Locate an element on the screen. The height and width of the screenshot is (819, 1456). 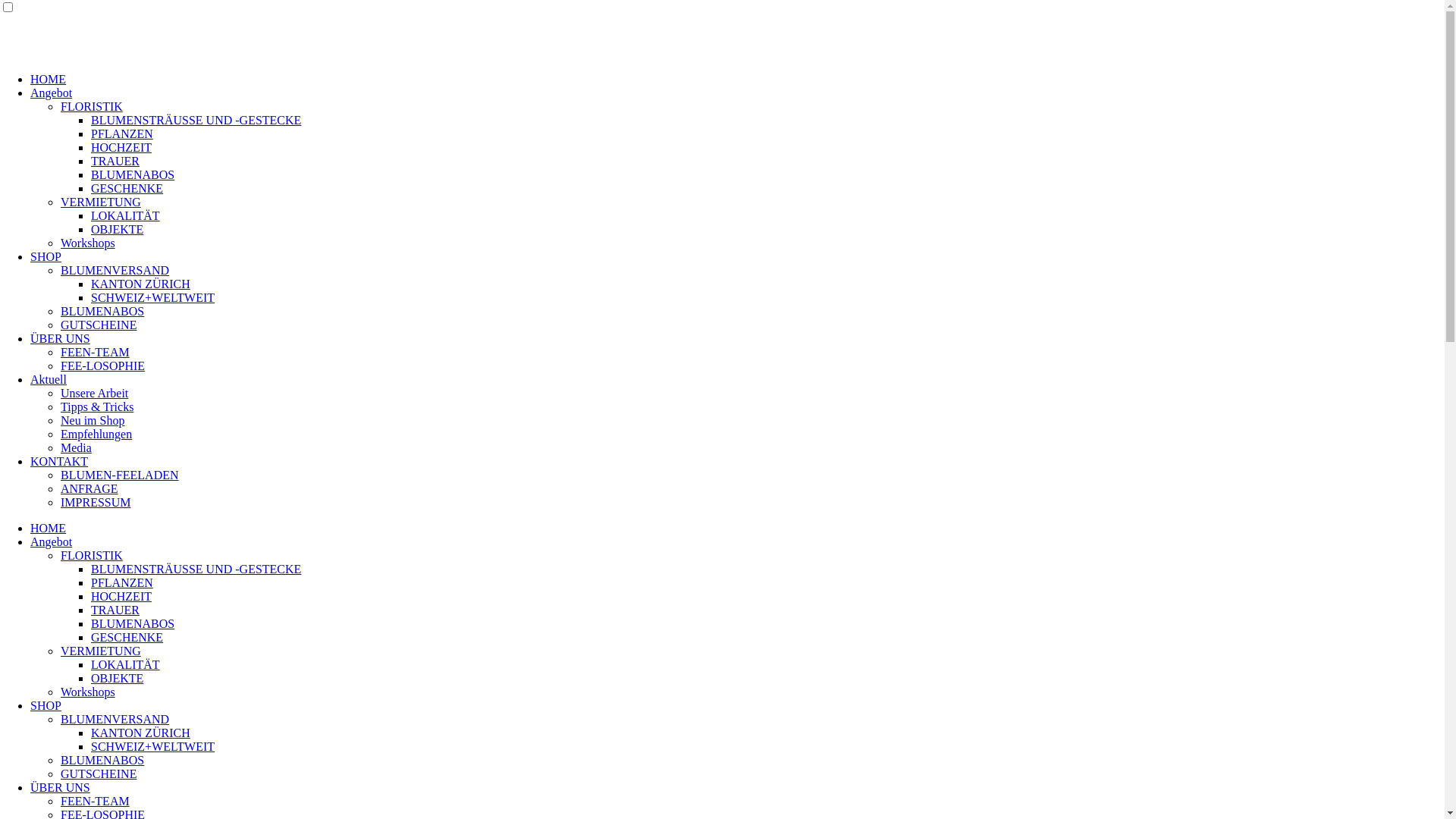
'GESCHENKE' is located at coordinates (127, 637).